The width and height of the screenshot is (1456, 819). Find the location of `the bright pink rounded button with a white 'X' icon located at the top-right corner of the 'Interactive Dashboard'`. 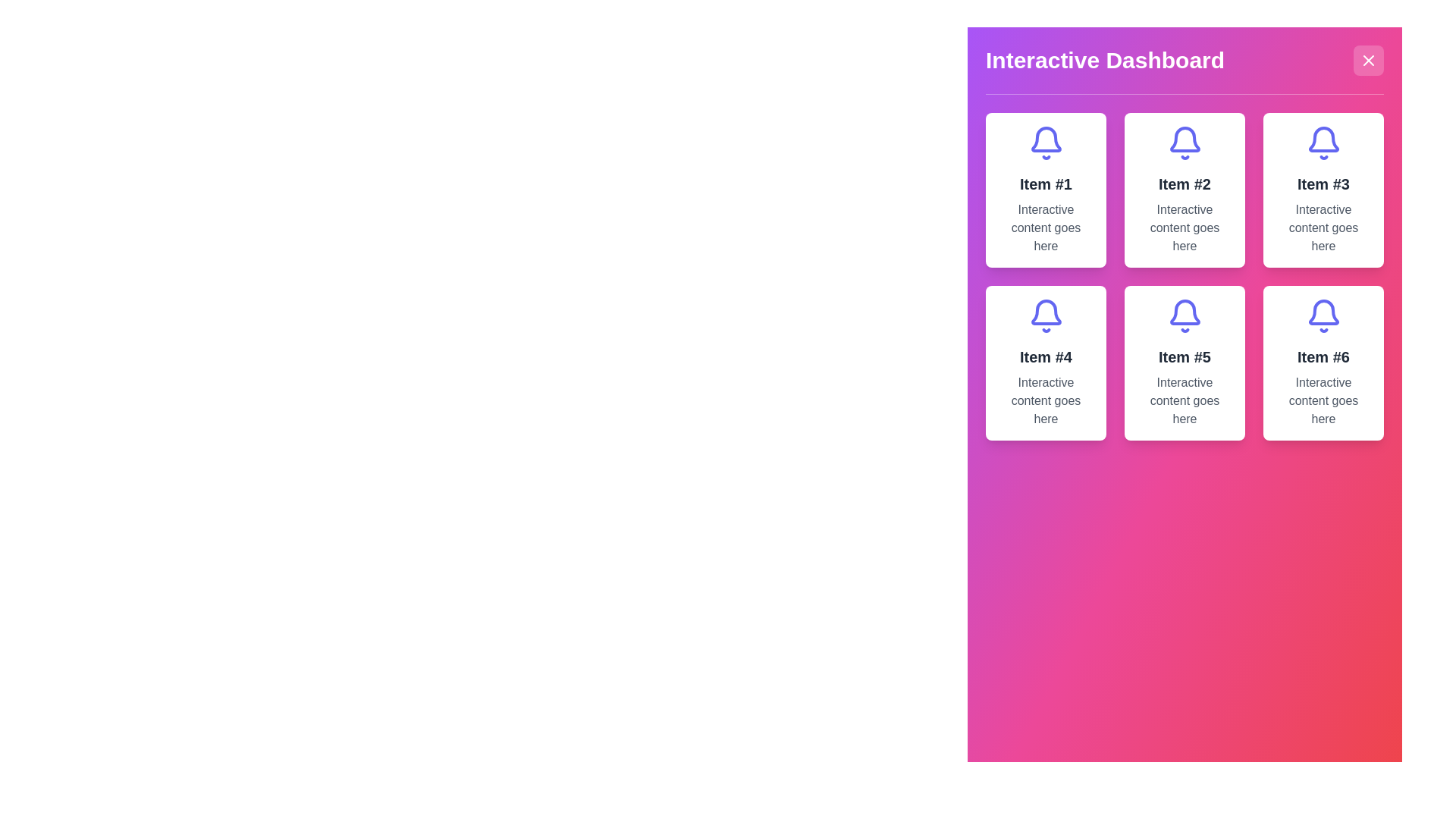

the bright pink rounded button with a white 'X' icon located at the top-right corner of the 'Interactive Dashboard' is located at coordinates (1368, 60).